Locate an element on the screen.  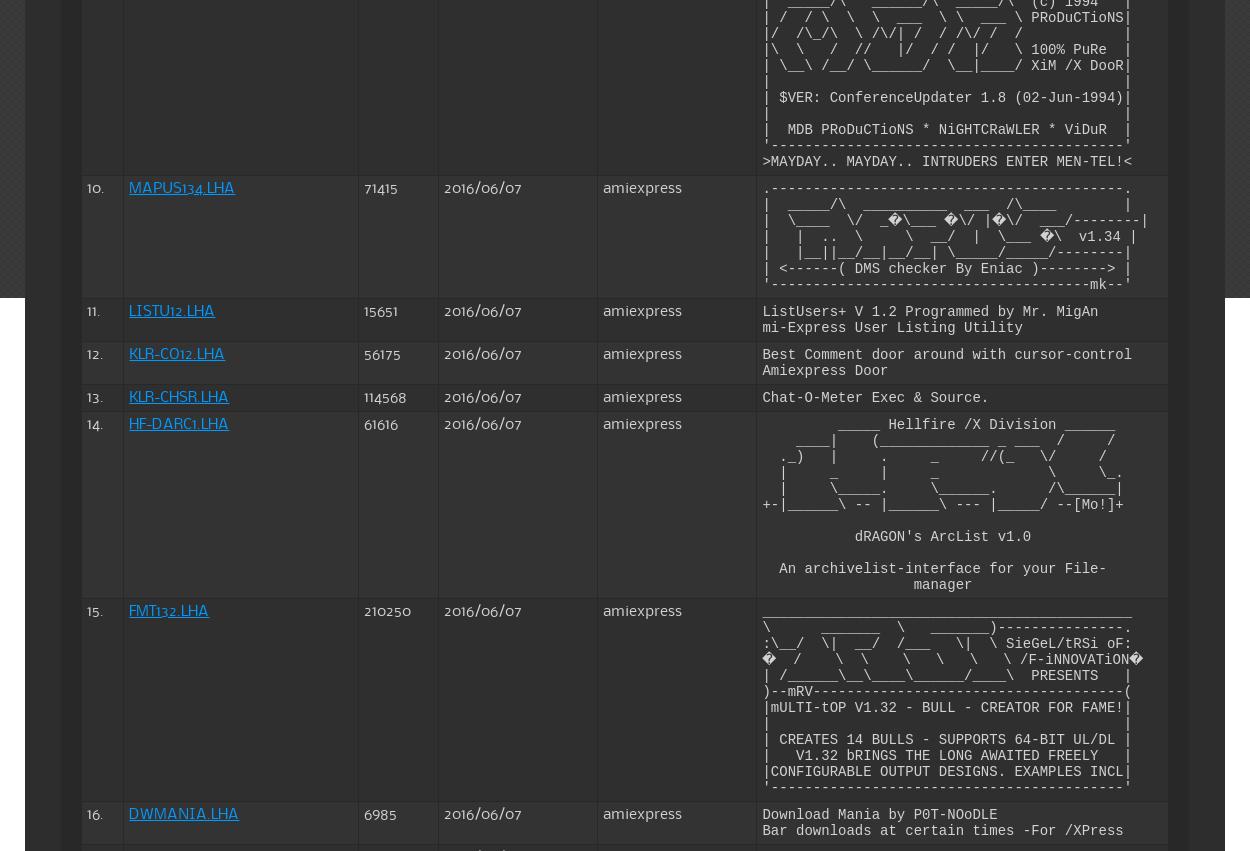
'| \__\ /__/ \______/  \__|____/ XiM /X DooR|' is located at coordinates (762, 65).